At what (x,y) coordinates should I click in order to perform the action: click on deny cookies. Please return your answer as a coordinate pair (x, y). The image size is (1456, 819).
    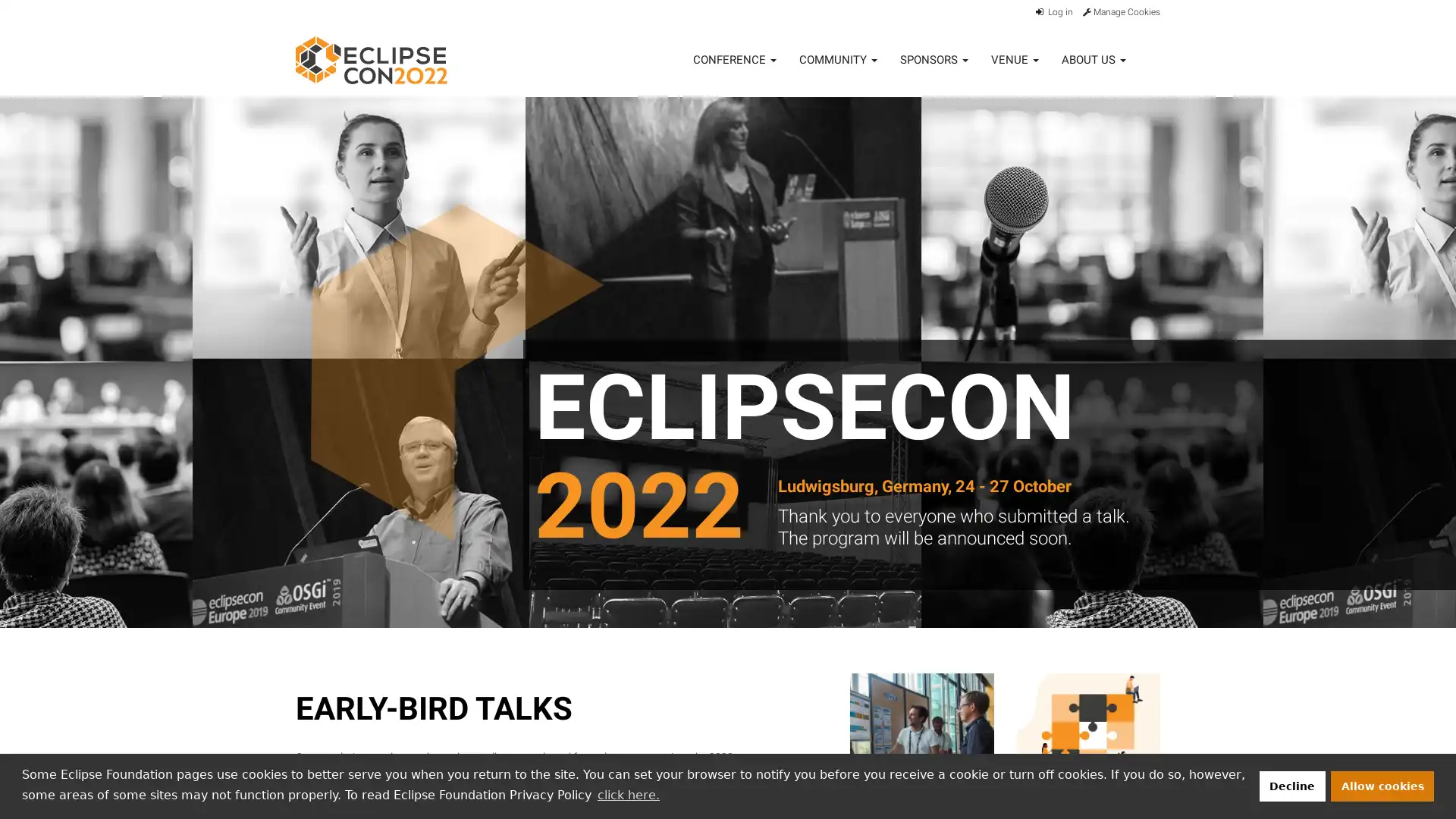
    Looking at the image, I should click on (1291, 785).